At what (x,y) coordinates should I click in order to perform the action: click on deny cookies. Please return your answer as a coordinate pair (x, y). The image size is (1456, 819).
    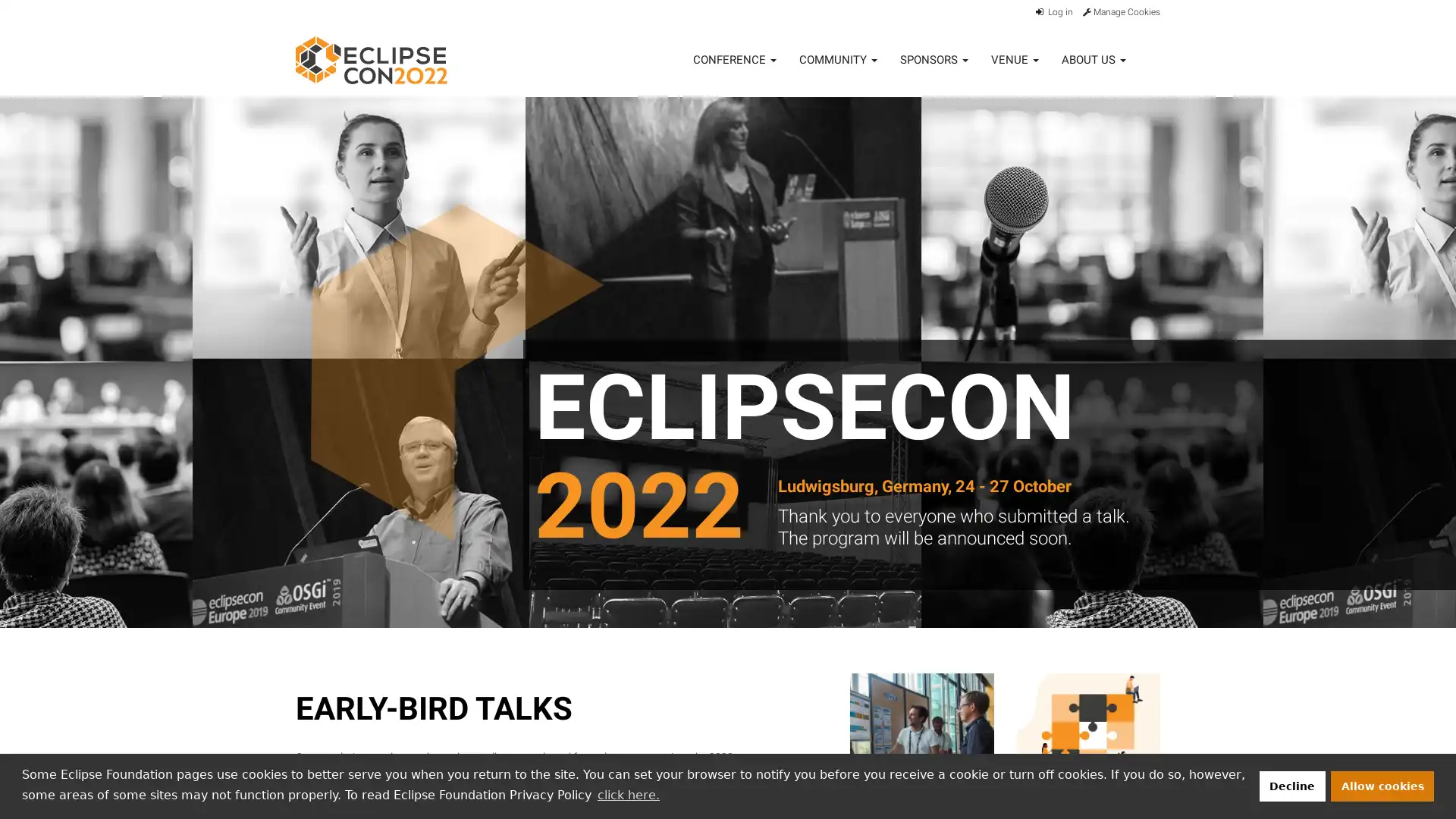
    Looking at the image, I should click on (1291, 785).